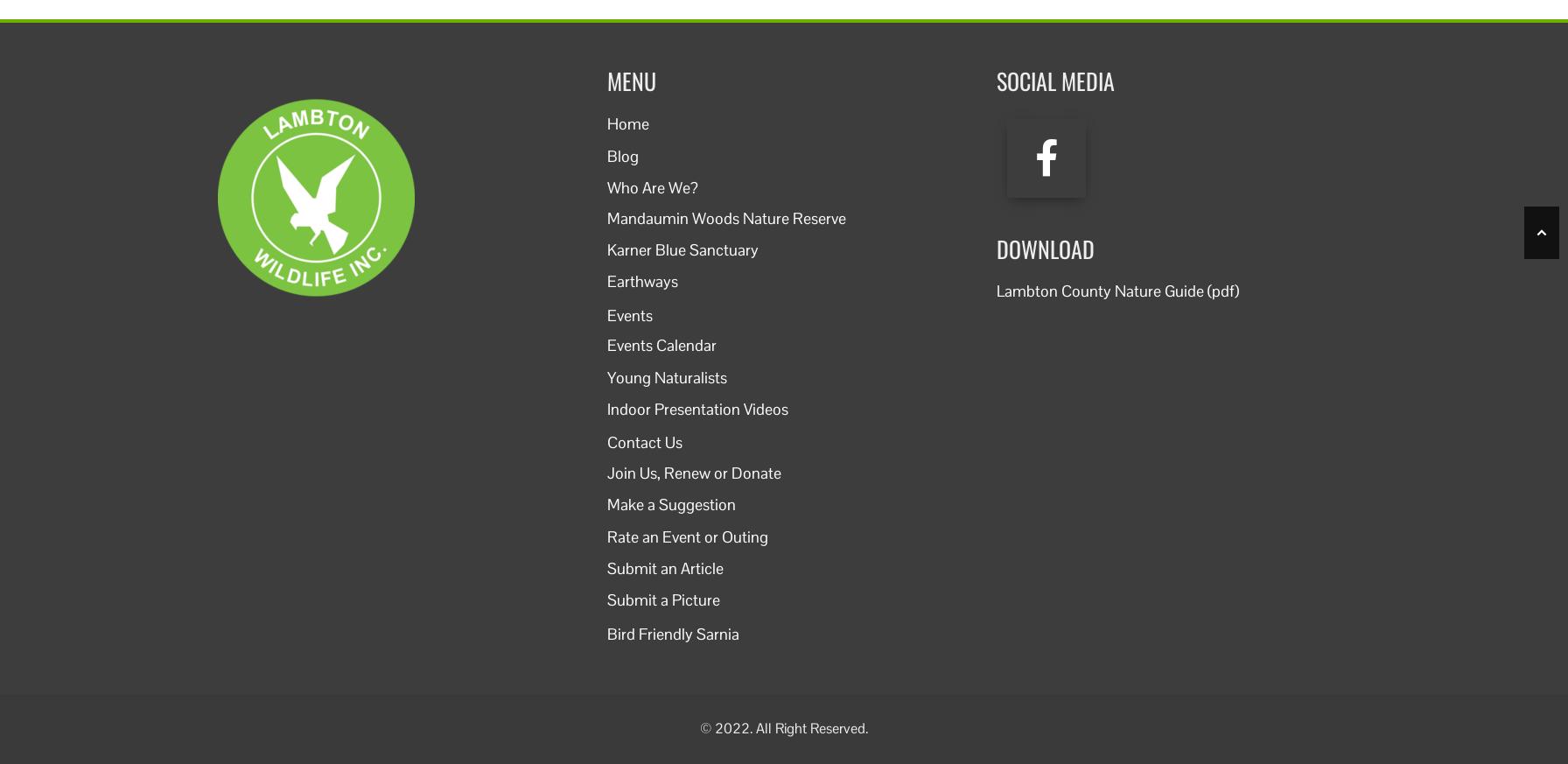 This screenshot has width=1568, height=764. I want to click on 'Earthways', so click(642, 281).